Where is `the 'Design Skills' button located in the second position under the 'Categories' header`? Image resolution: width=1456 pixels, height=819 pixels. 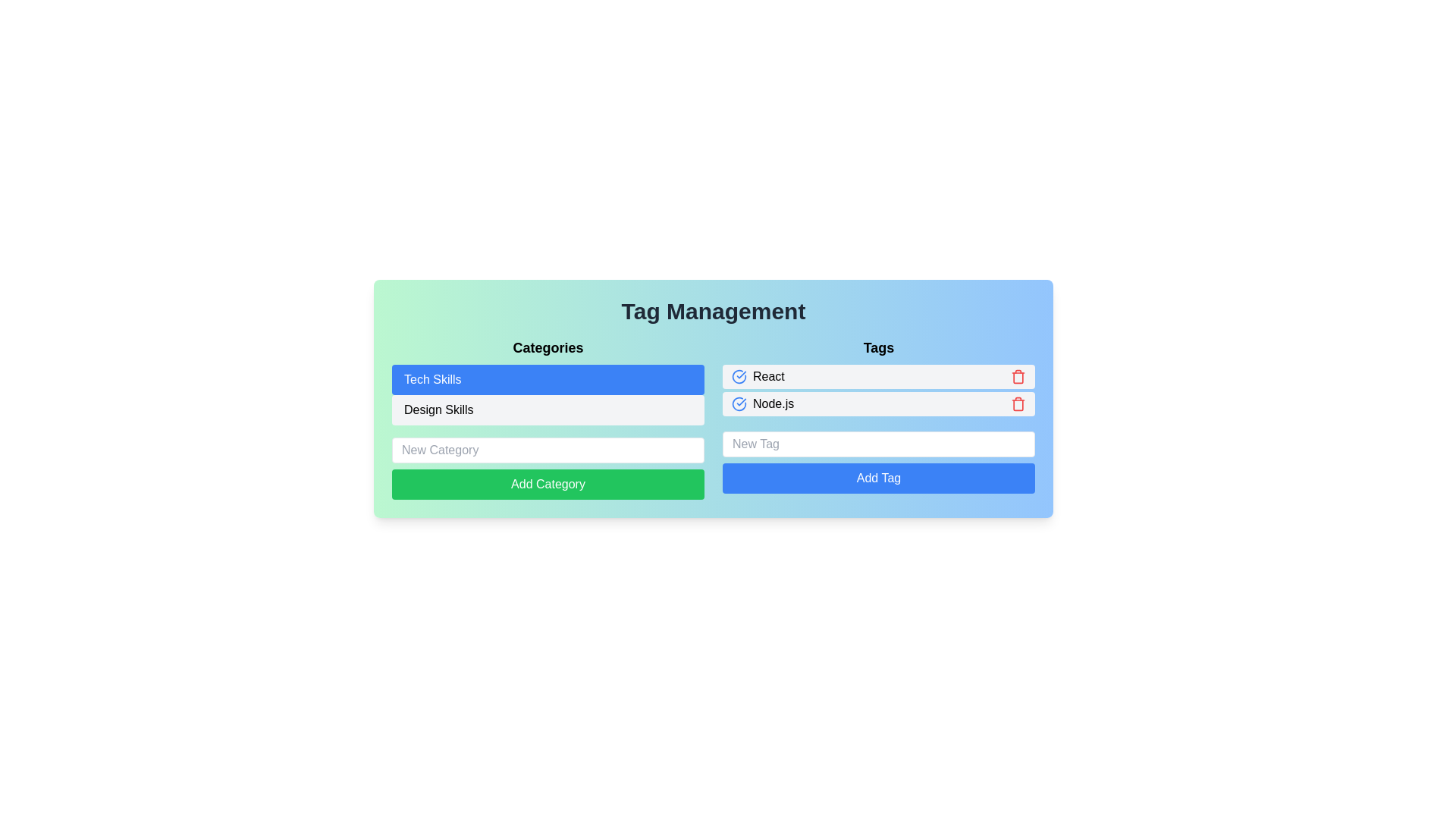 the 'Design Skills' button located in the second position under the 'Categories' header is located at coordinates (548, 418).